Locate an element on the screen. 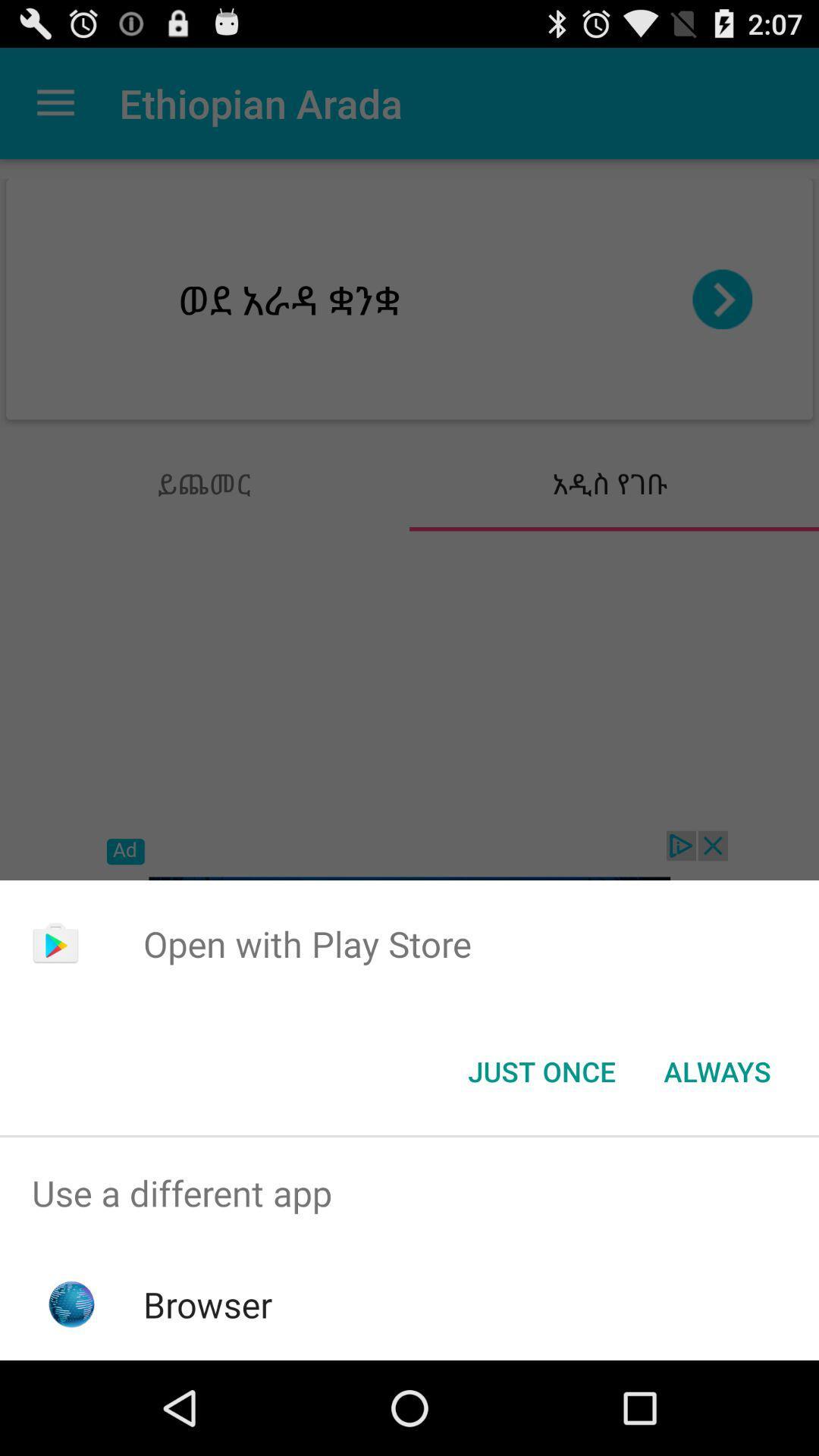  button to the right of the just once icon is located at coordinates (717, 1070).